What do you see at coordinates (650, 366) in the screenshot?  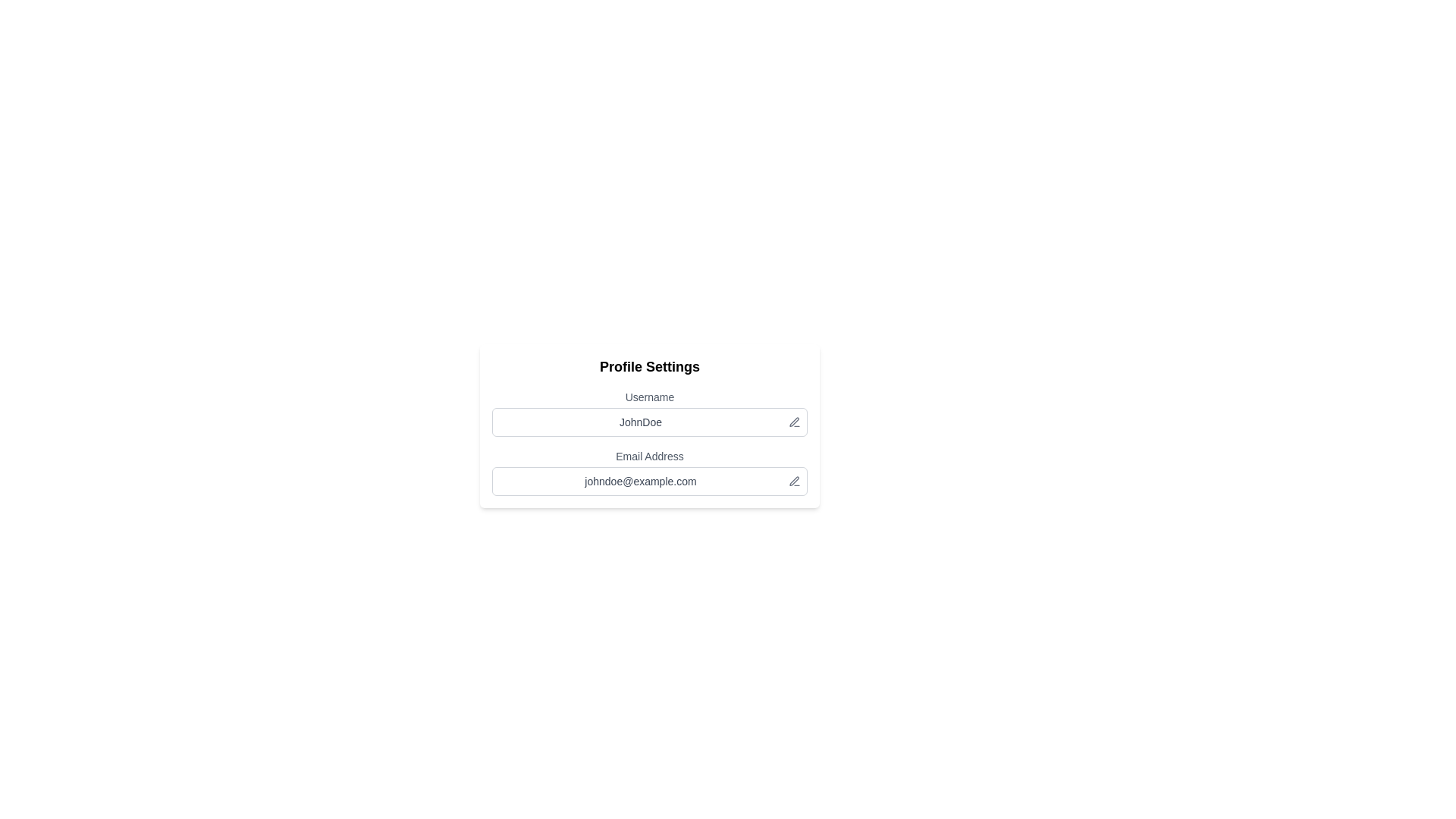 I see `the 'Profile Settings' text label which is styled as a bold header at the top of the card interface` at bounding box center [650, 366].